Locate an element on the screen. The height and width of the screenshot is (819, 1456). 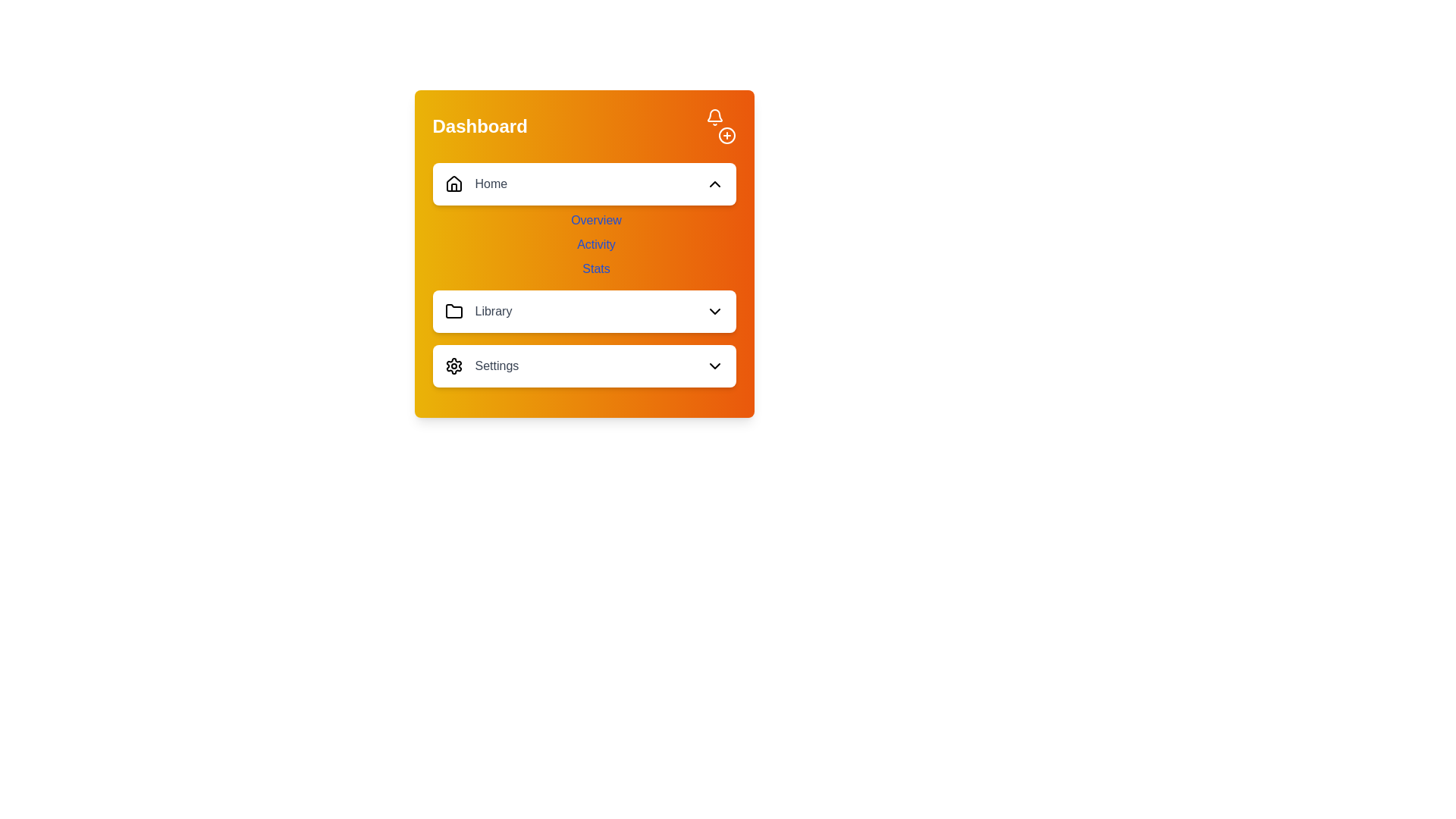
the 'Settings' menu item, which is a gear icon followed by the text 'Settings', located in the third position of the vertical list is located at coordinates (481, 366).